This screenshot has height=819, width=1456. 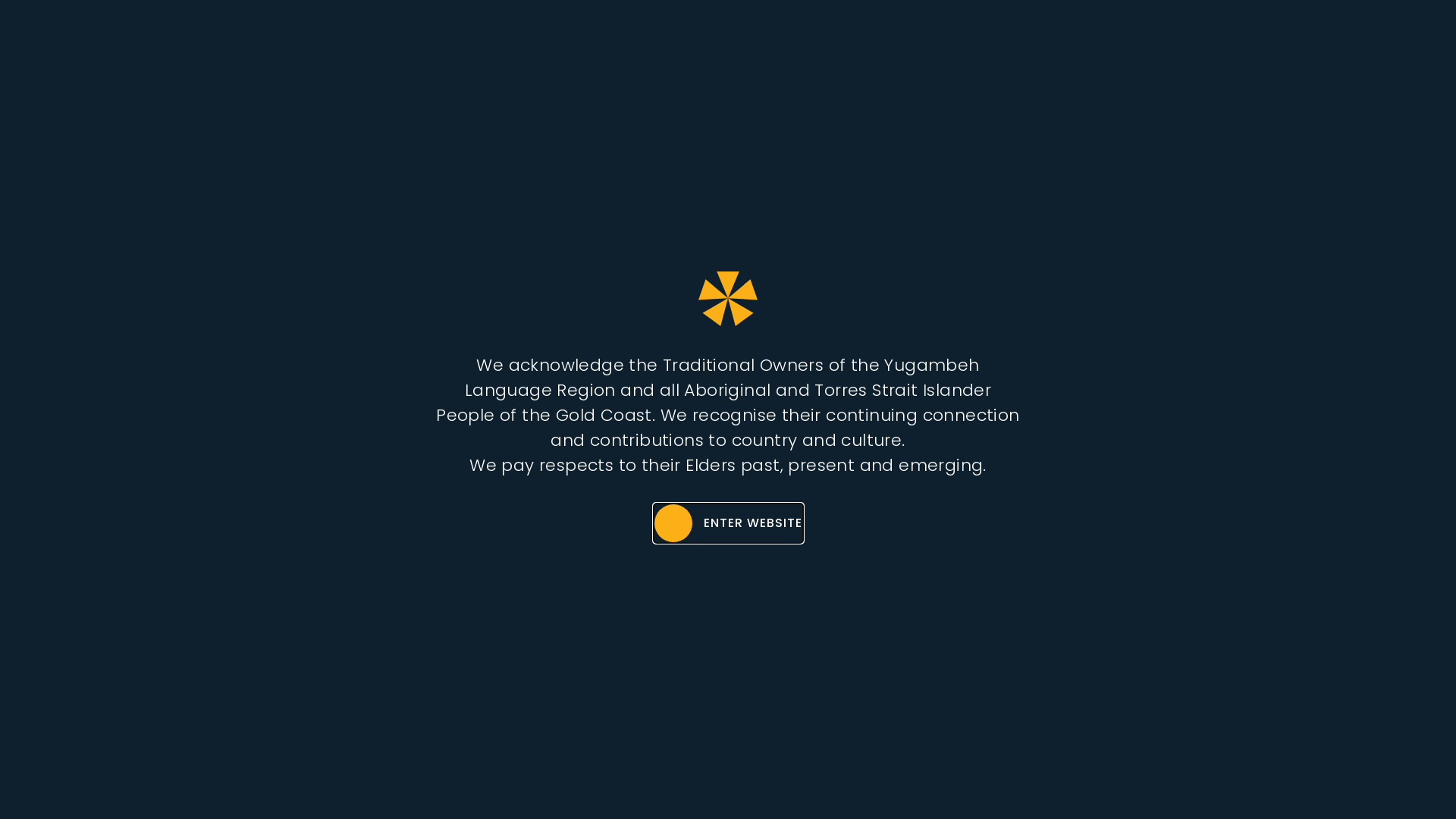 I want to click on 'ENTER WEBSITE', so click(x=726, y=522).